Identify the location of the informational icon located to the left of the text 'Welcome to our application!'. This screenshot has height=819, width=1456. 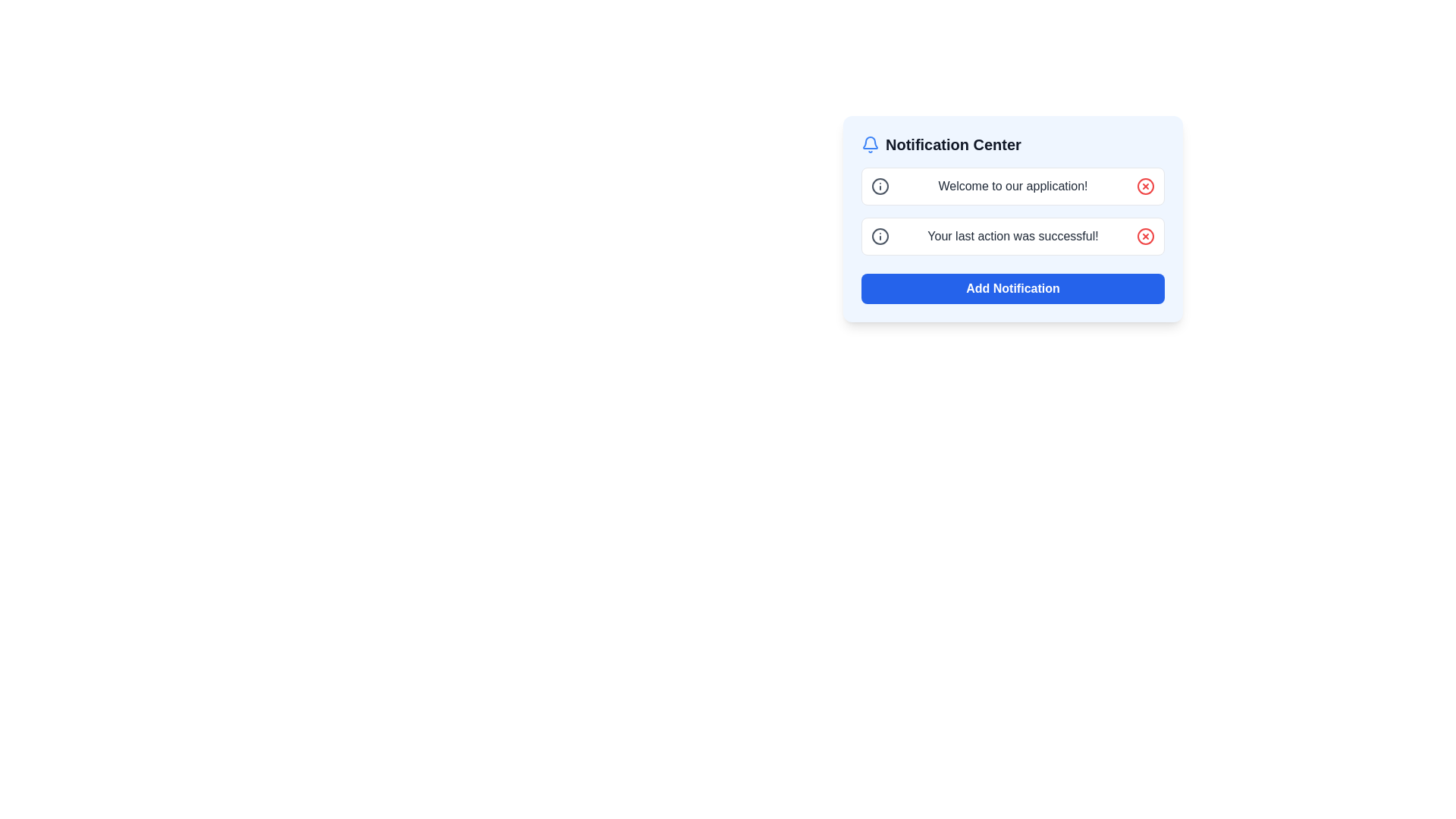
(880, 186).